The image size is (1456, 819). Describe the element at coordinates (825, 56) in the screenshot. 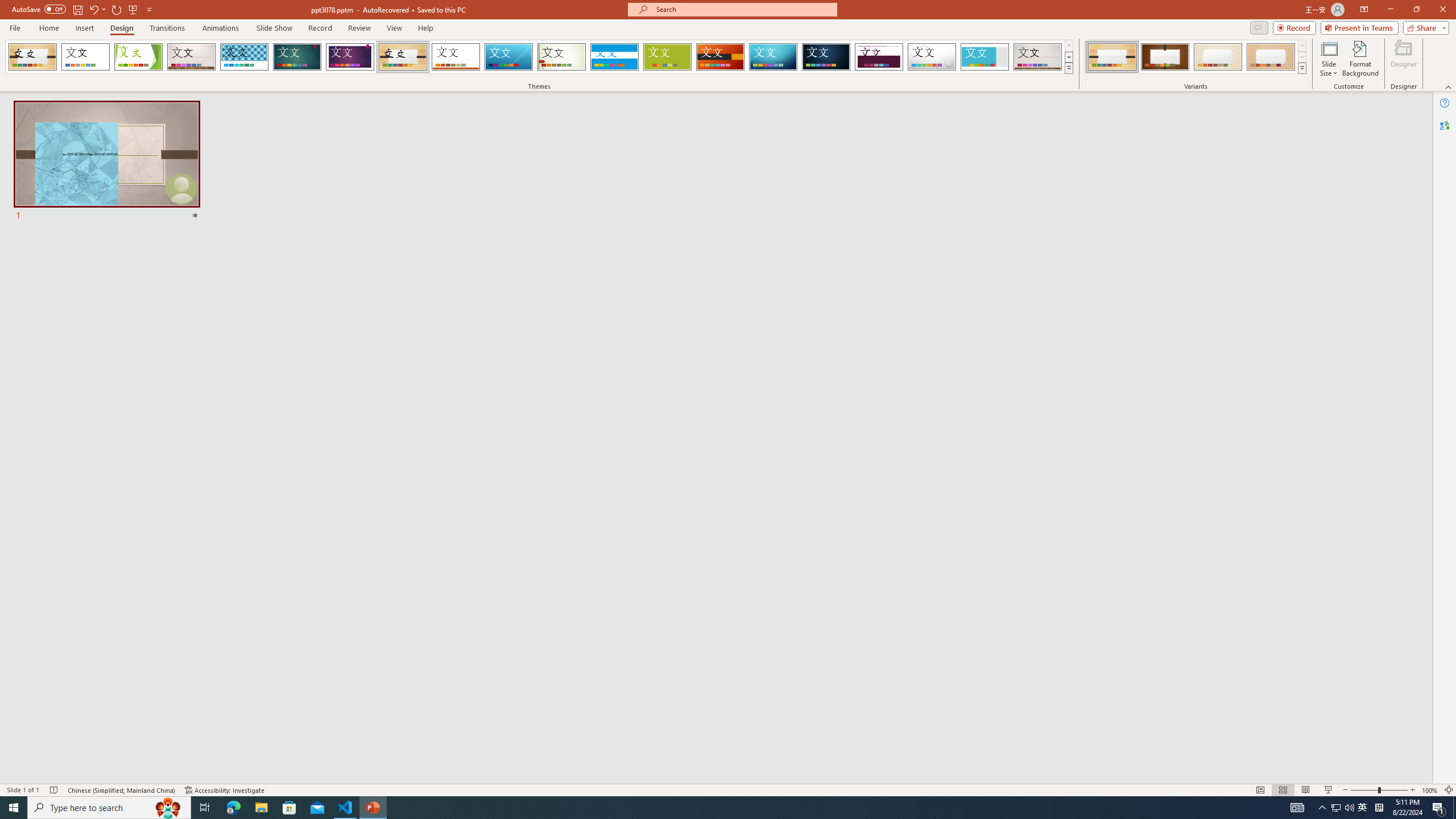

I see `'Damask'` at that location.